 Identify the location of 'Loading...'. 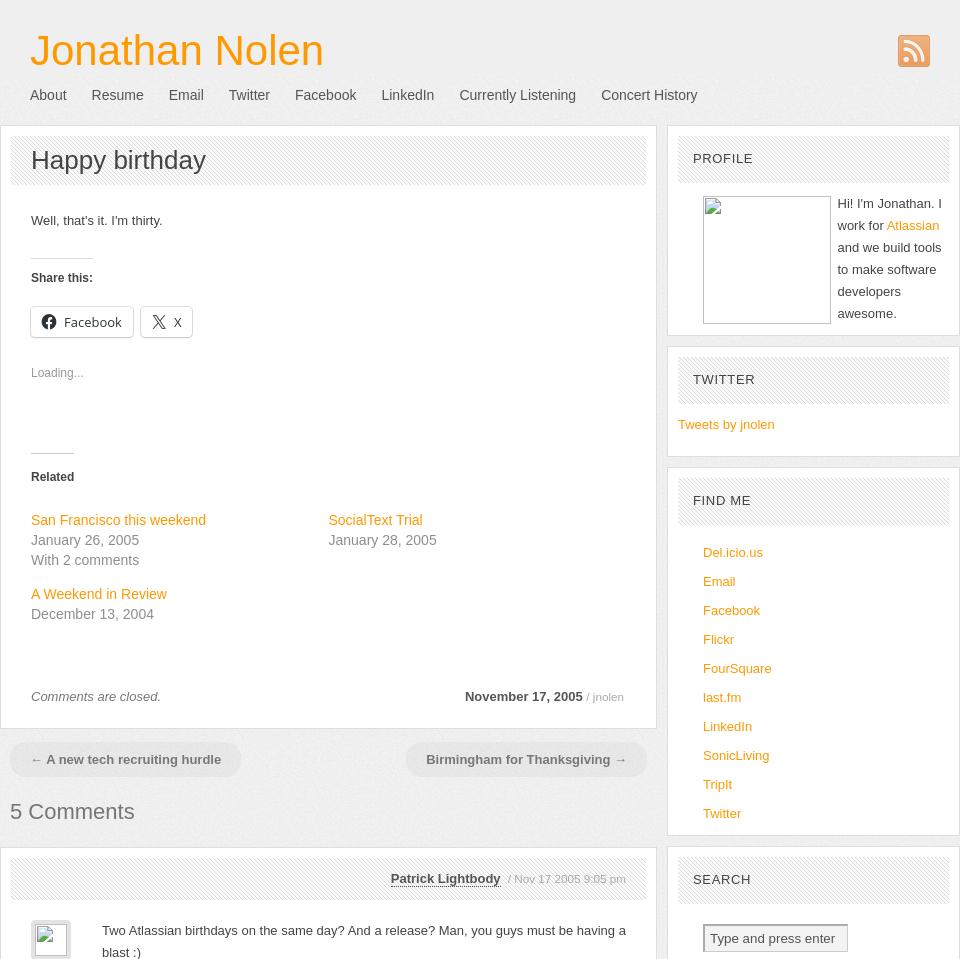
(56, 372).